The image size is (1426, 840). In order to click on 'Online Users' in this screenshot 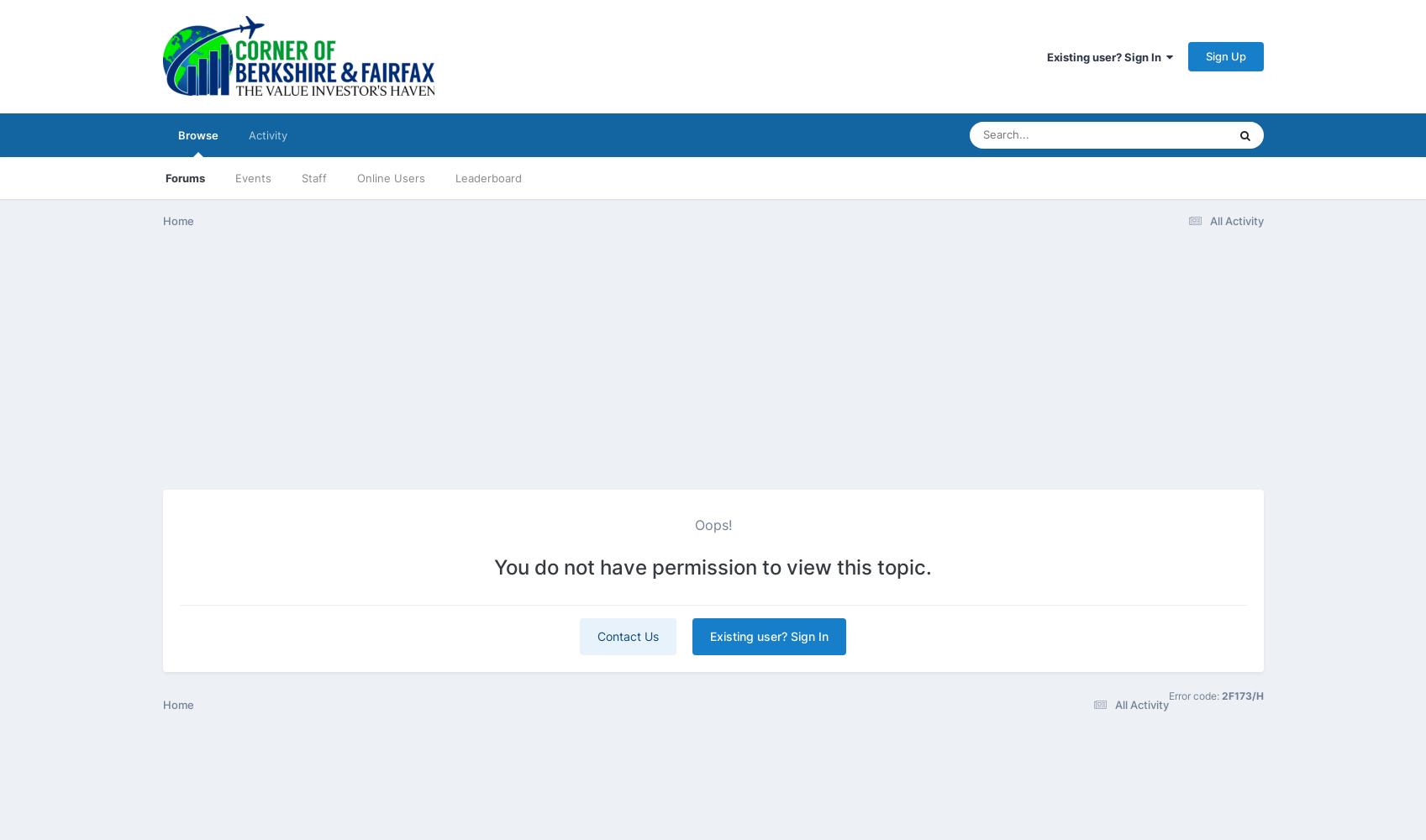, I will do `click(390, 177)`.